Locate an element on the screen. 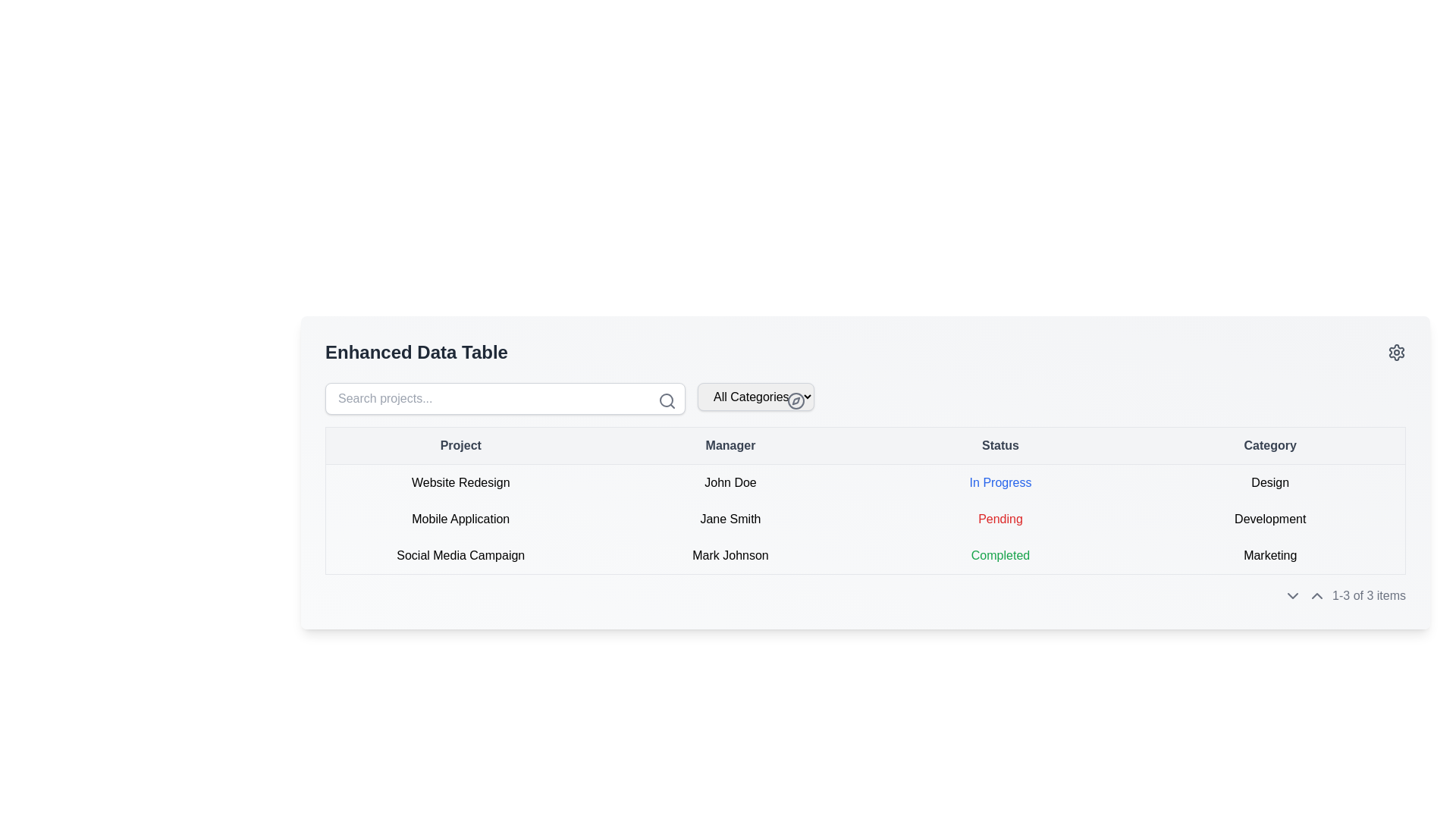 Image resolution: width=1456 pixels, height=819 pixels. the dropdown menu labeled 'All Categories' is located at coordinates (756, 397).